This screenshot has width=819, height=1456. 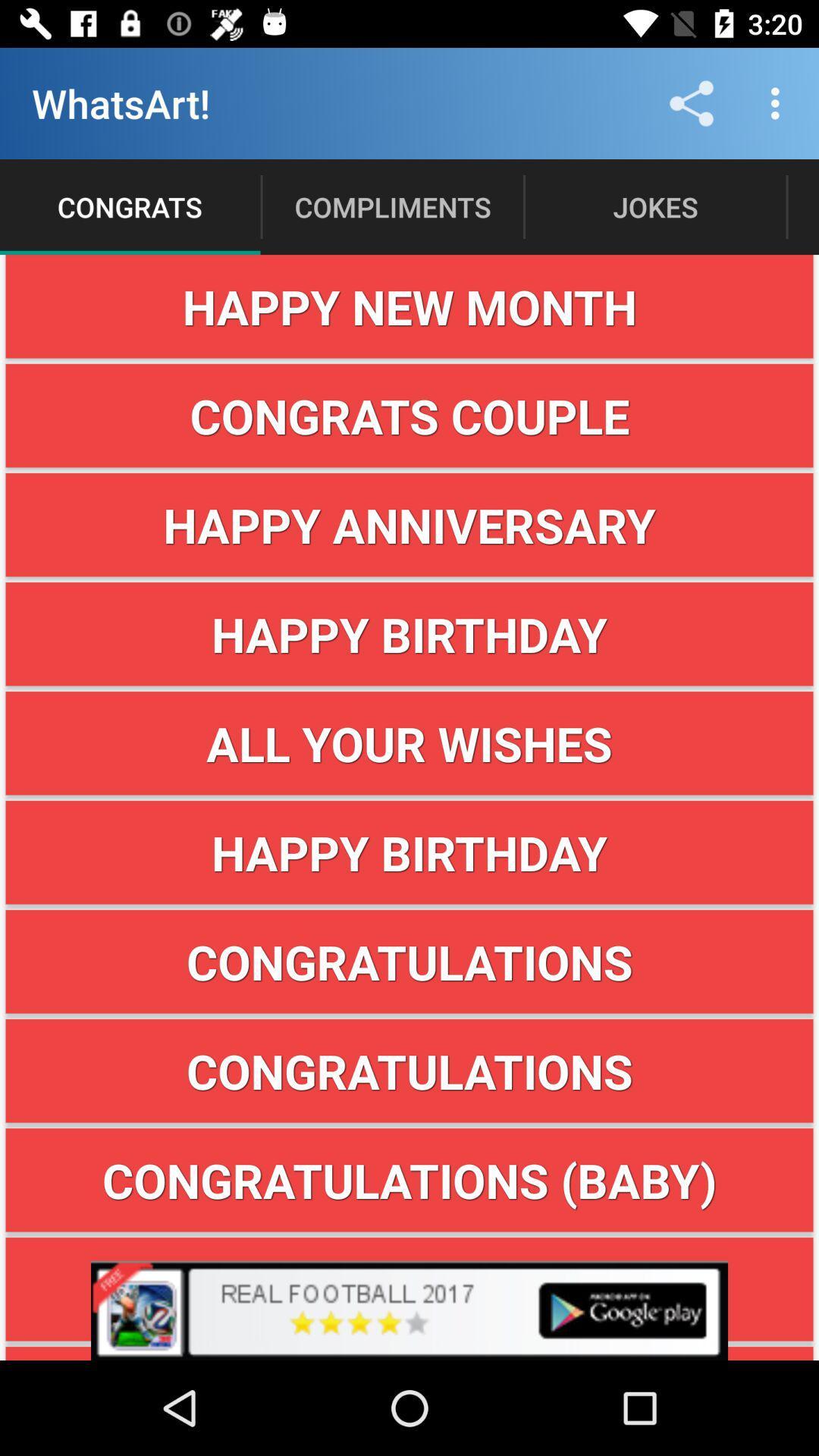 What do you see at coordinates (409, 416) in the screenshot?
I see `the congrats couple item` at bounding box center [409, 416].